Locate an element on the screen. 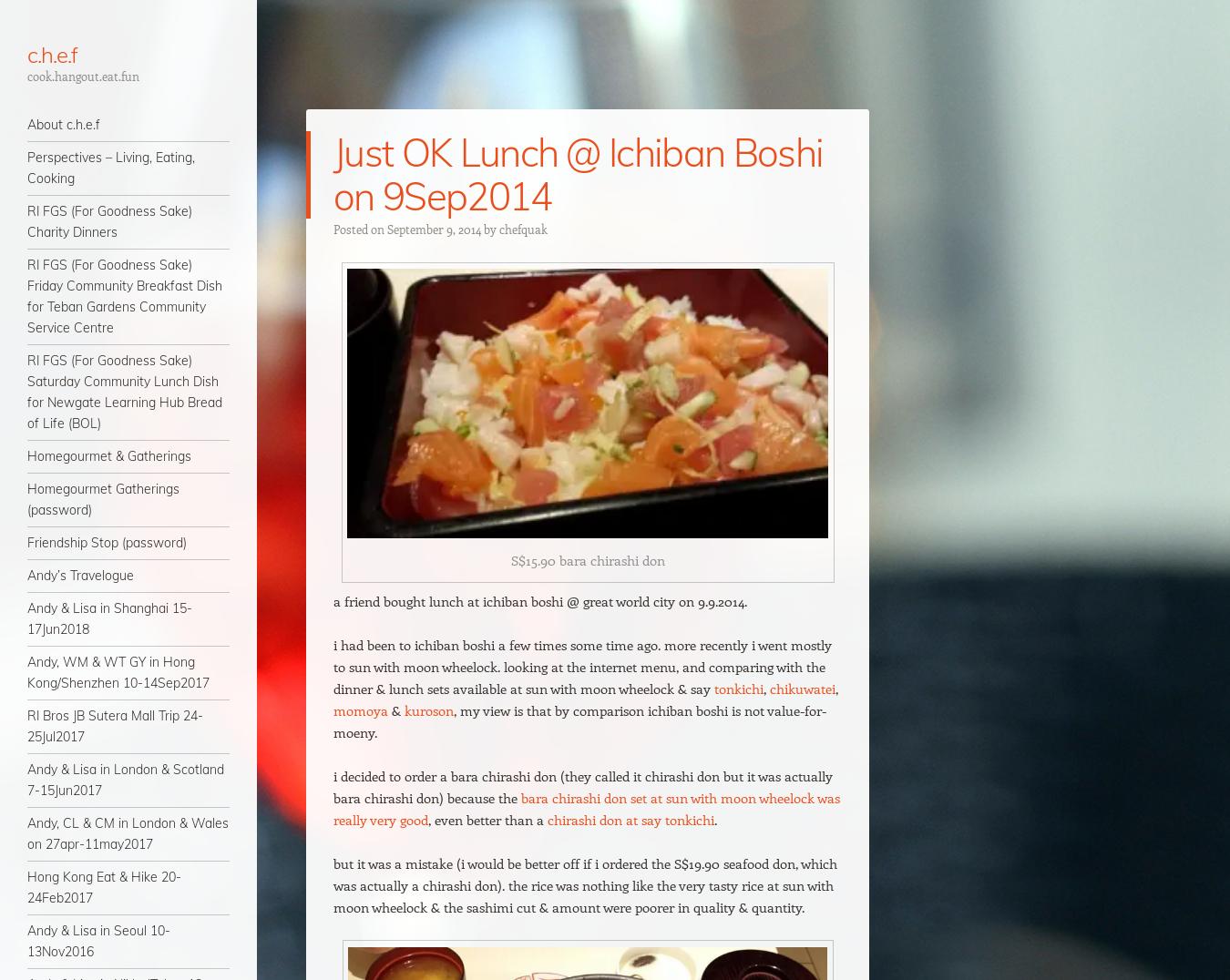  'Hong Kong Eat & Hike 20-24Feb2017' is located at coordinates (104, 887).